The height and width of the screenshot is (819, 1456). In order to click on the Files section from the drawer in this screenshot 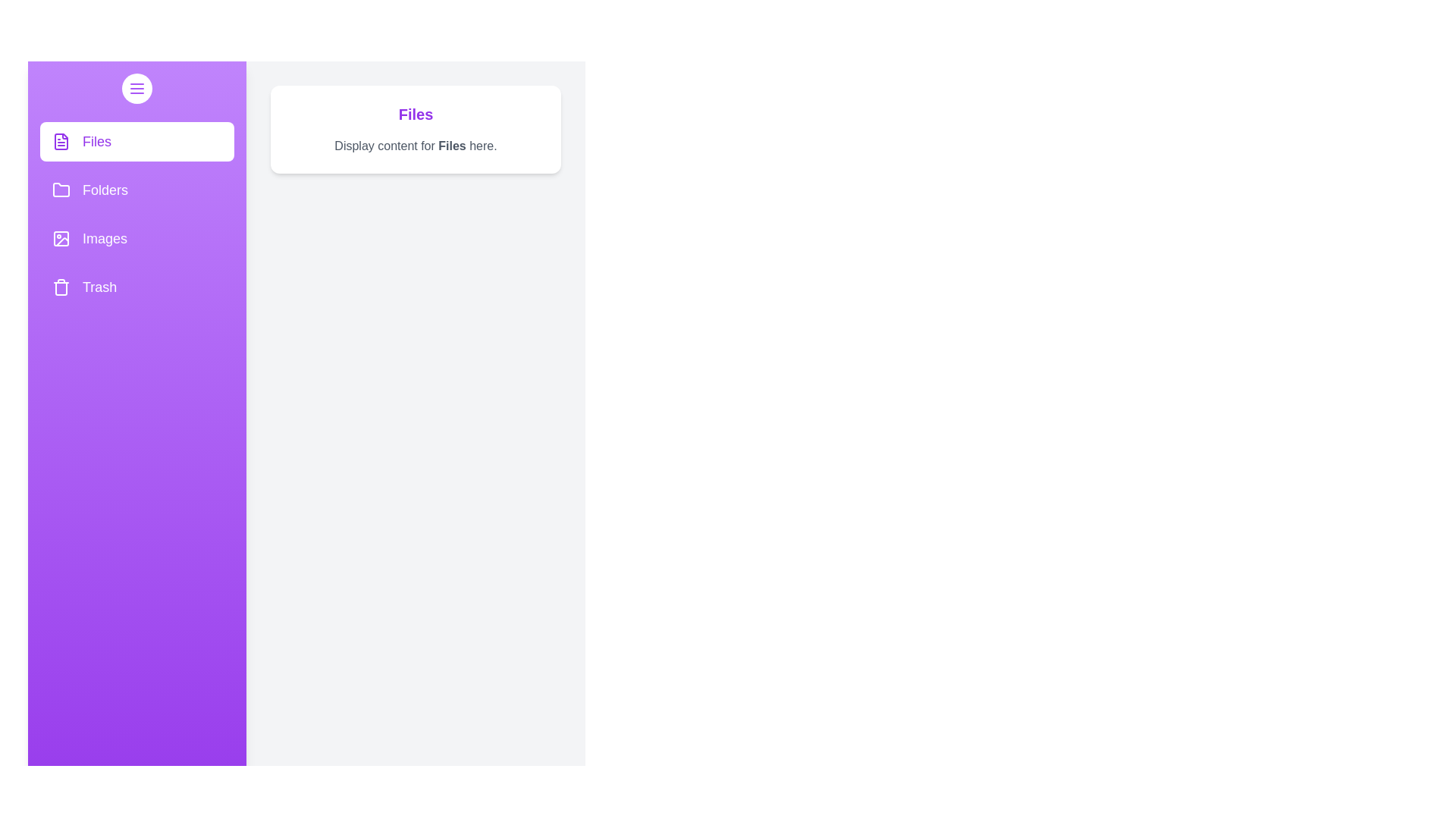, I will do `click(137, 141)`.